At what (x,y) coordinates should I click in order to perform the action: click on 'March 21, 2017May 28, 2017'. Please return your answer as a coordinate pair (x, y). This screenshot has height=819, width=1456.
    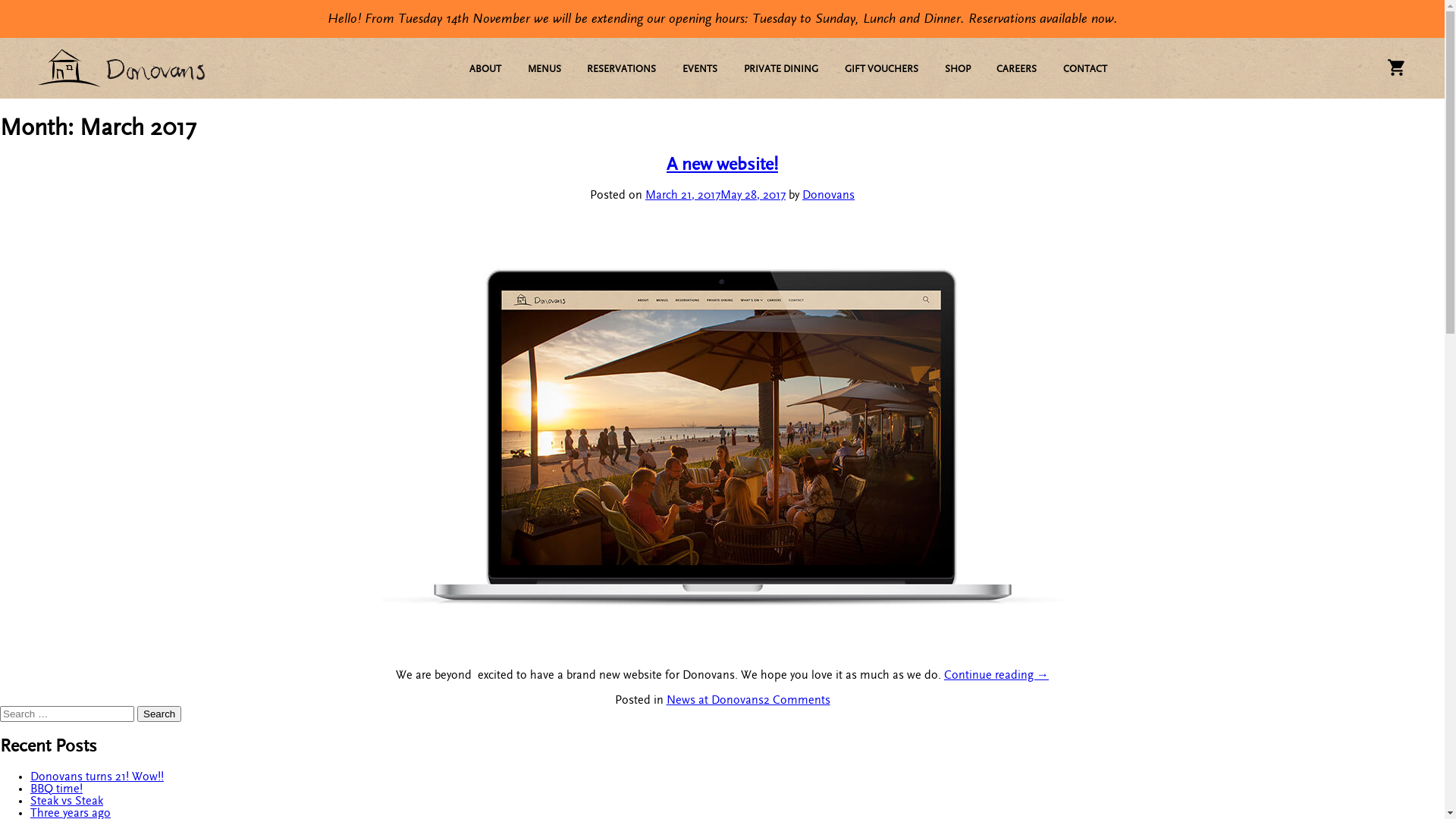
    Looking at the image, I should click on (714, 194).